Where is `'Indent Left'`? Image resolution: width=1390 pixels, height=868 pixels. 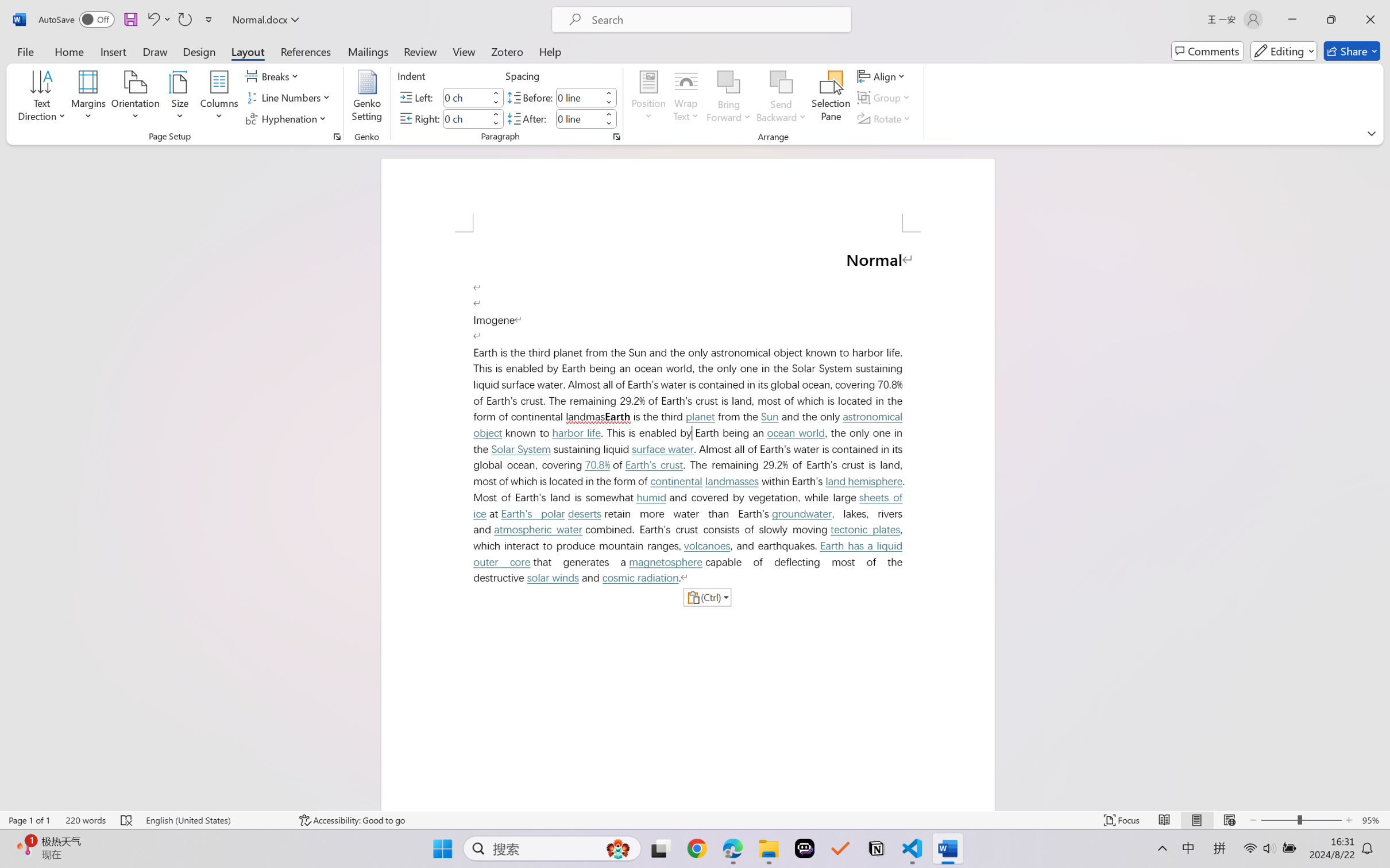 'Indent Left' is located at coordinates (465, 96).